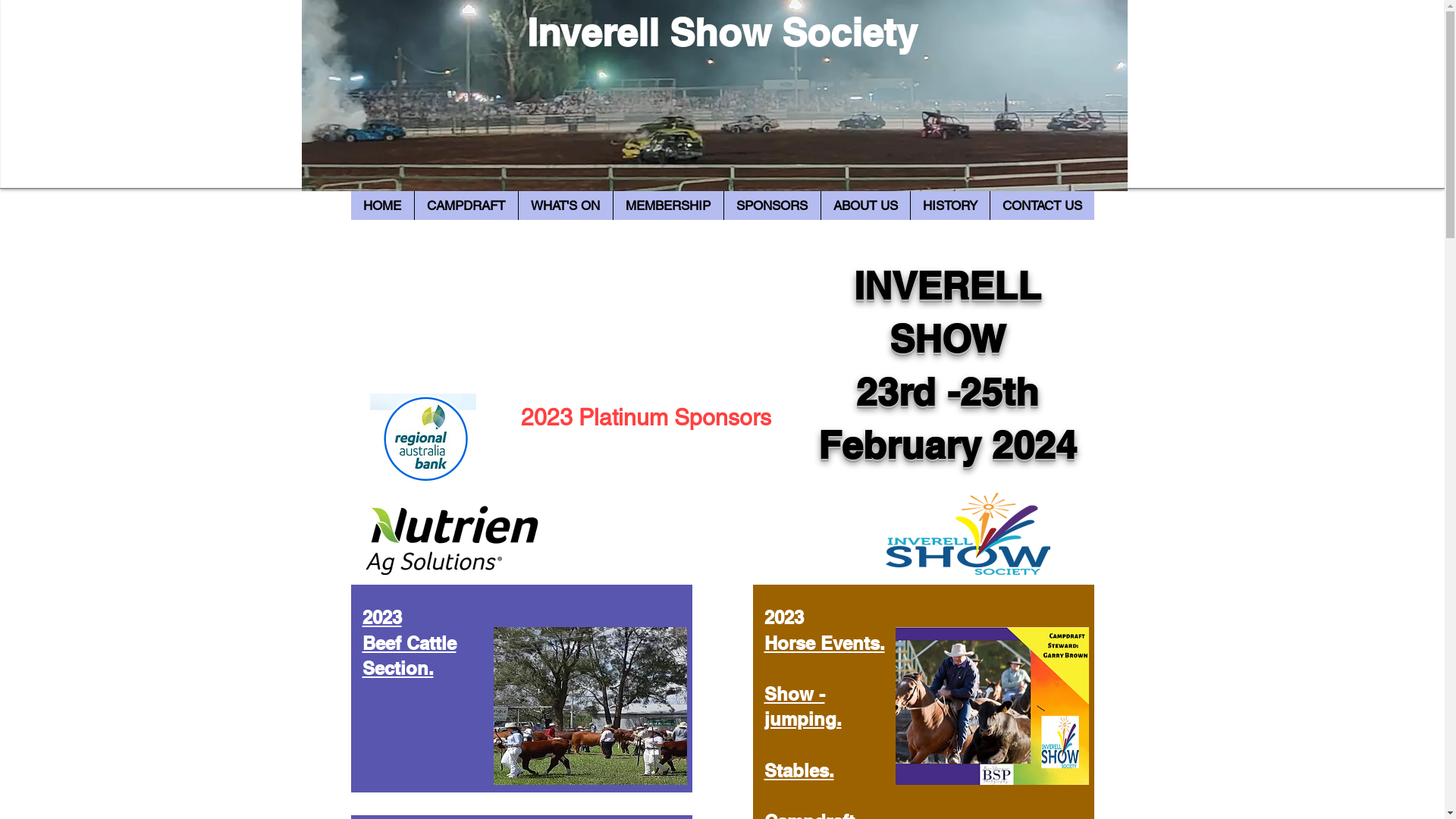 The image size is (1456, 819). I want to click on 'MEMBERSHIP', so click(667, 205).